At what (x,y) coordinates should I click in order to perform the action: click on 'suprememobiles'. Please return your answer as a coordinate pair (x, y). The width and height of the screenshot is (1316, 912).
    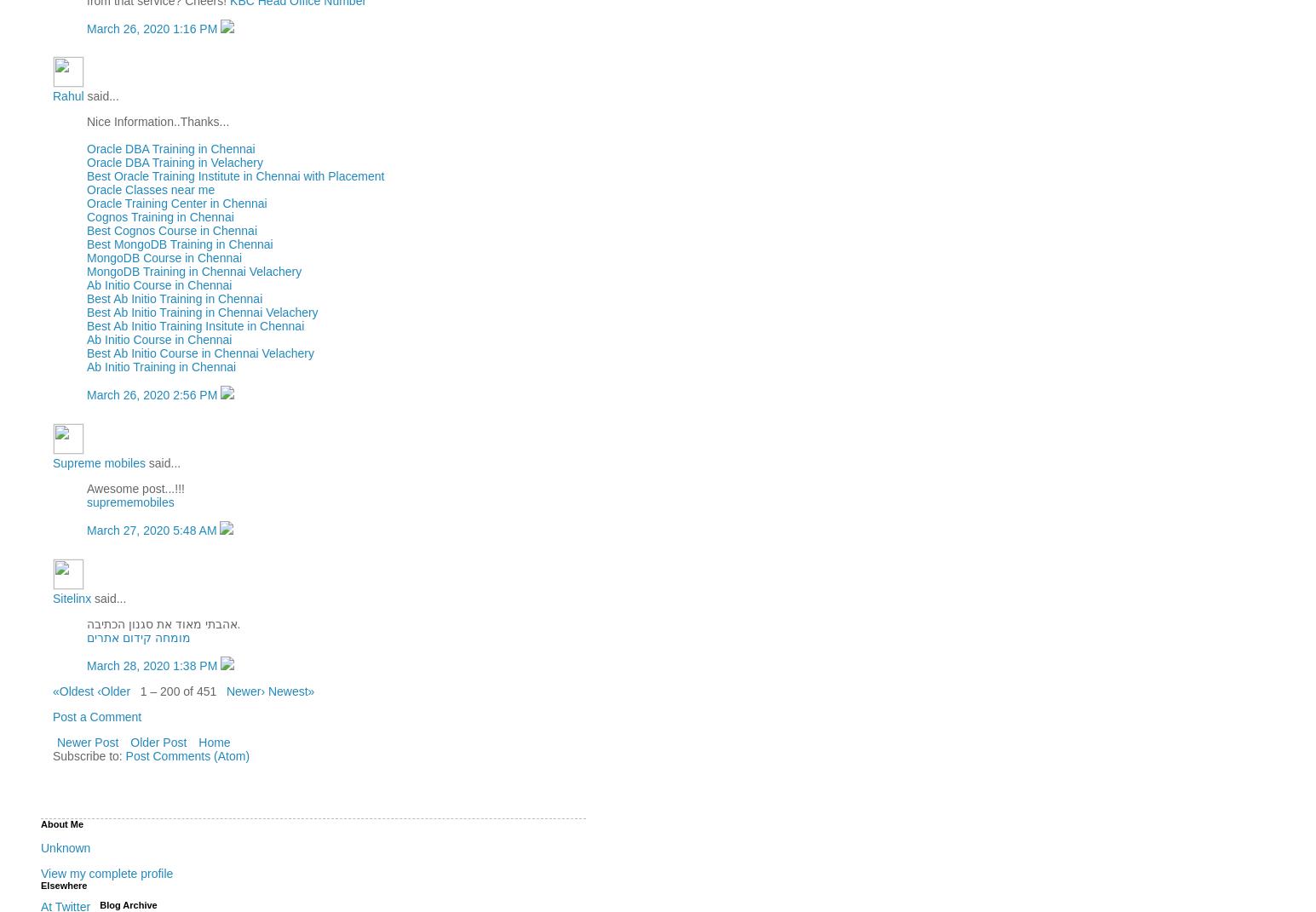
    Looking at the image, I should click on (85, 502).